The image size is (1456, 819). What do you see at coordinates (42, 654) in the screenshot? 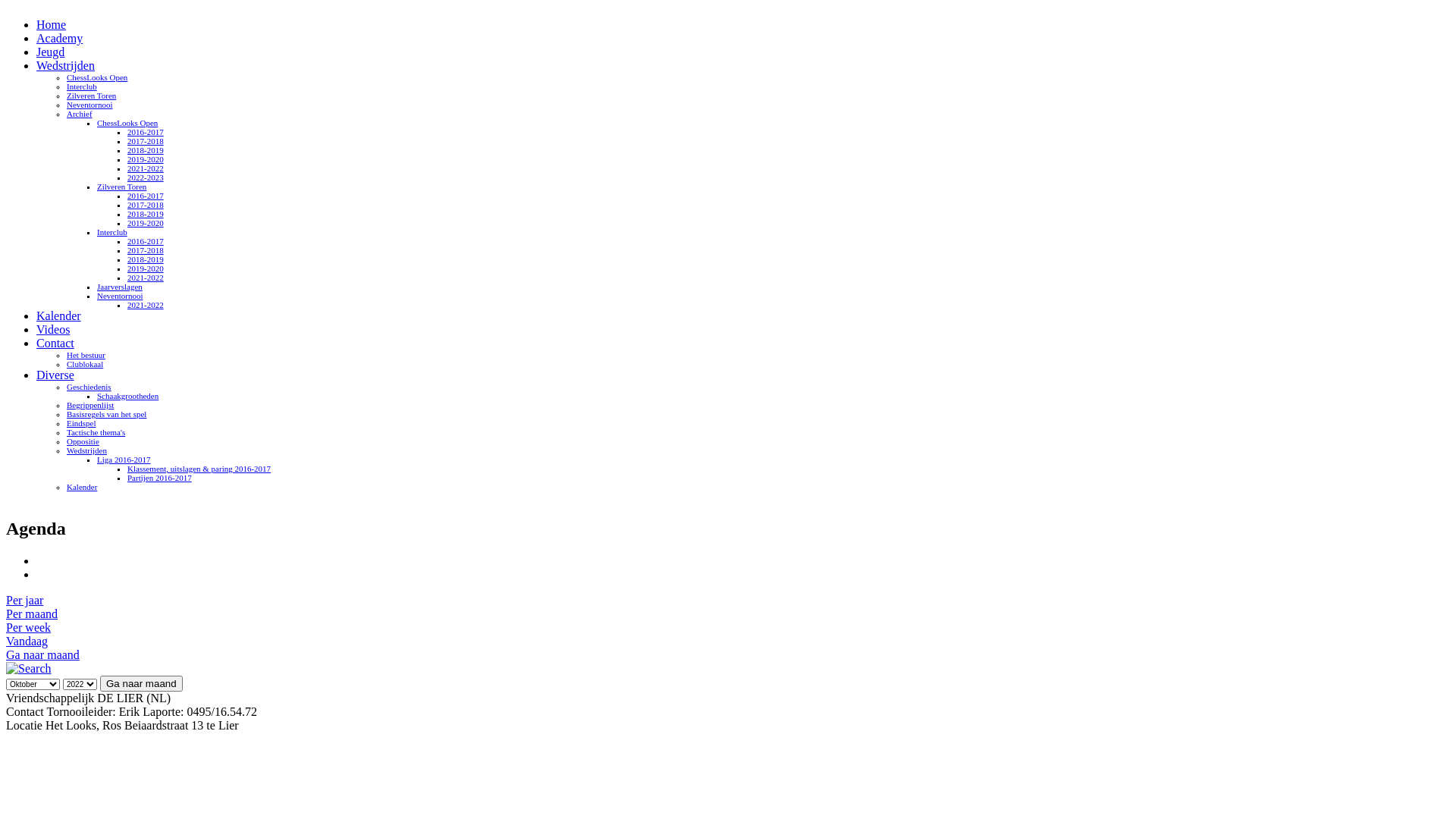
I see `'Ga naar maand'` at bounding box center [42, 654].